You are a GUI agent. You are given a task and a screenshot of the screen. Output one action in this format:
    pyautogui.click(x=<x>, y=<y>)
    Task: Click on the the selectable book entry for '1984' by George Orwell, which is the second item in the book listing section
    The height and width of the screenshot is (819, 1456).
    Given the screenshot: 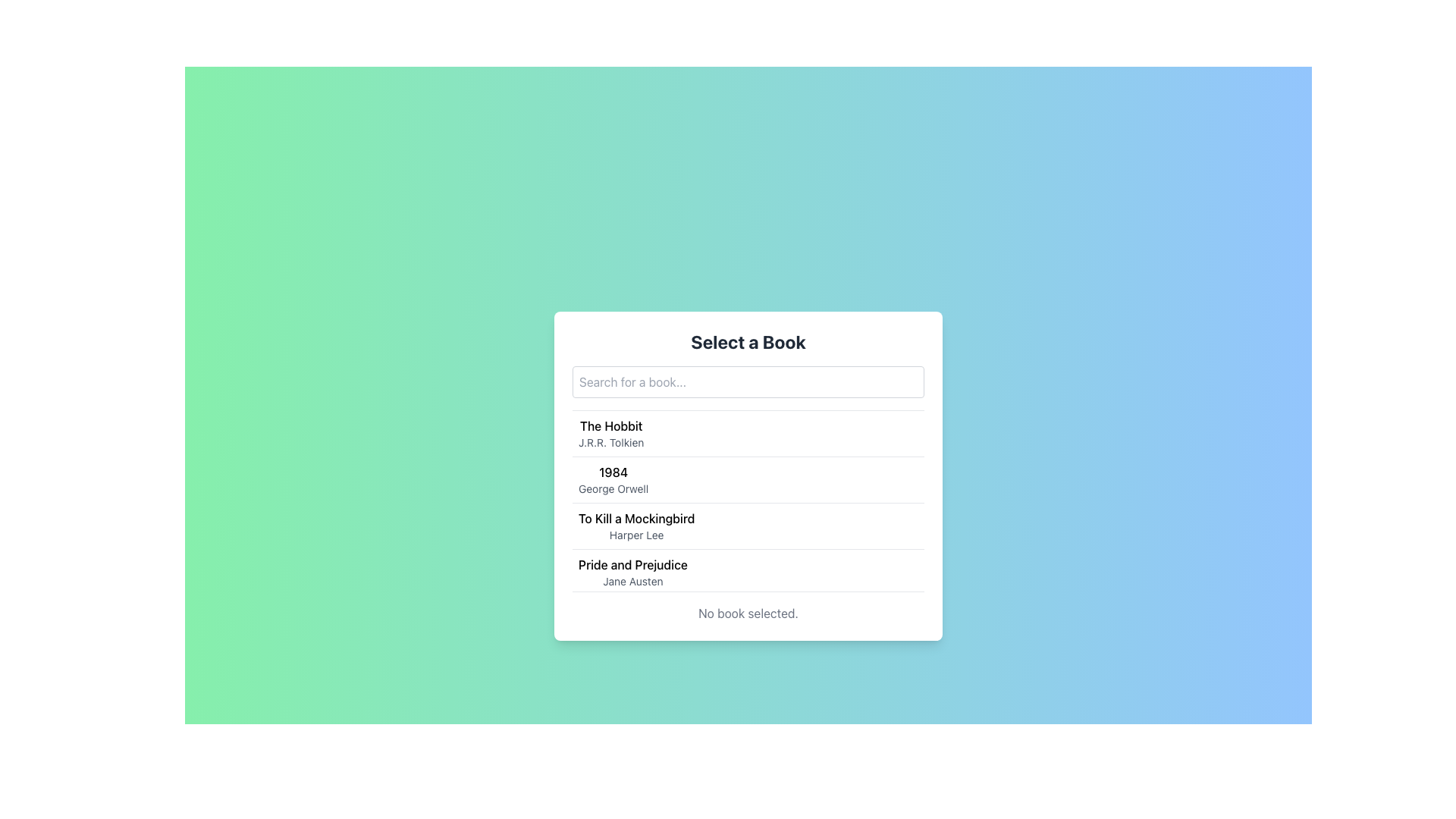 What is the action you would take?
    pyautogui.click(x=748, y=475)
    